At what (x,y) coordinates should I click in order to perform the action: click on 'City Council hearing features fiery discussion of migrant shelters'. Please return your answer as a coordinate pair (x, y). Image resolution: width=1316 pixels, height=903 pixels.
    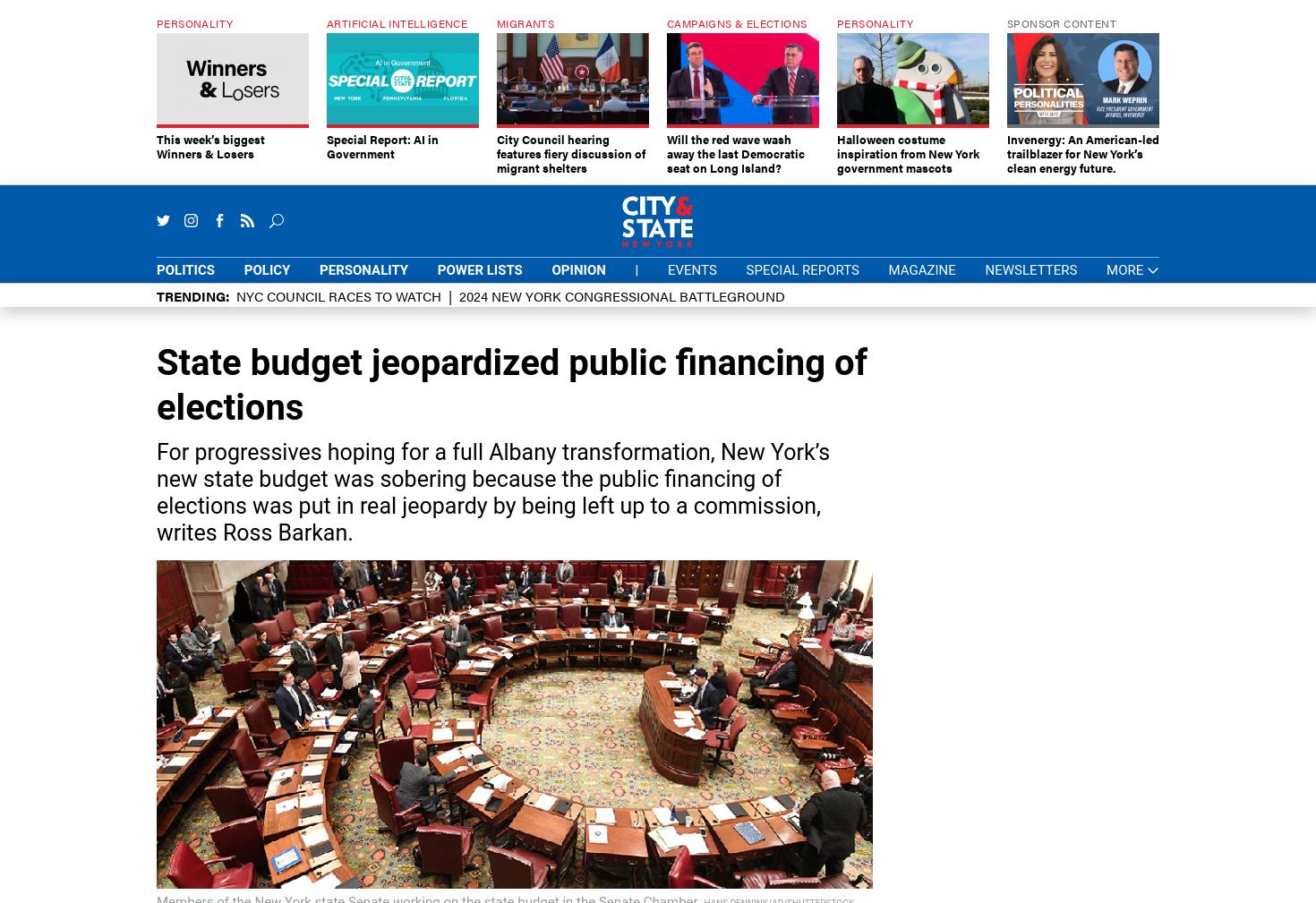
    Looking at the image, I should click on (569, 152).